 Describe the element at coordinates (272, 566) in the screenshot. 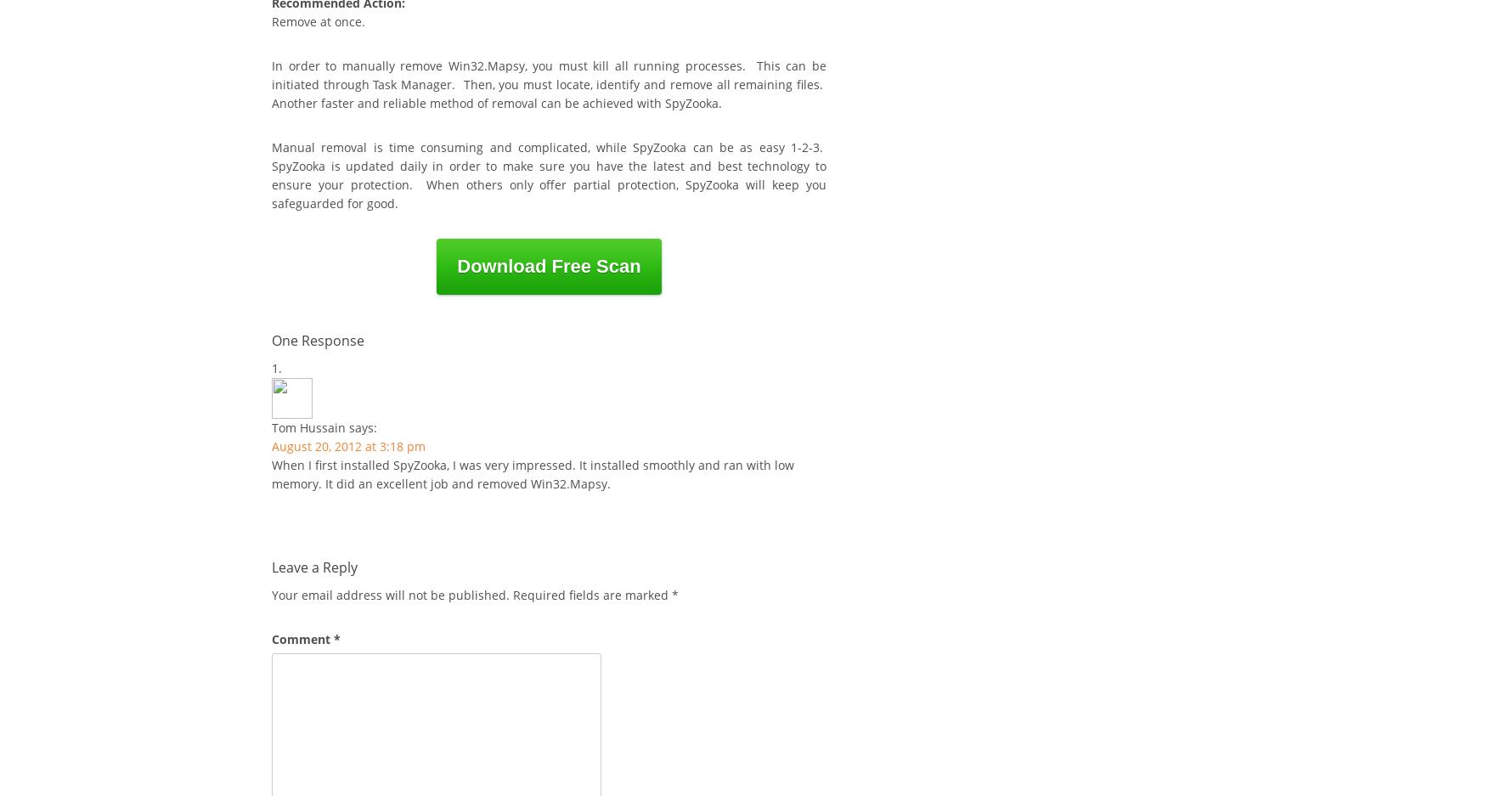

I see `'Leave a Reply'` at that location.